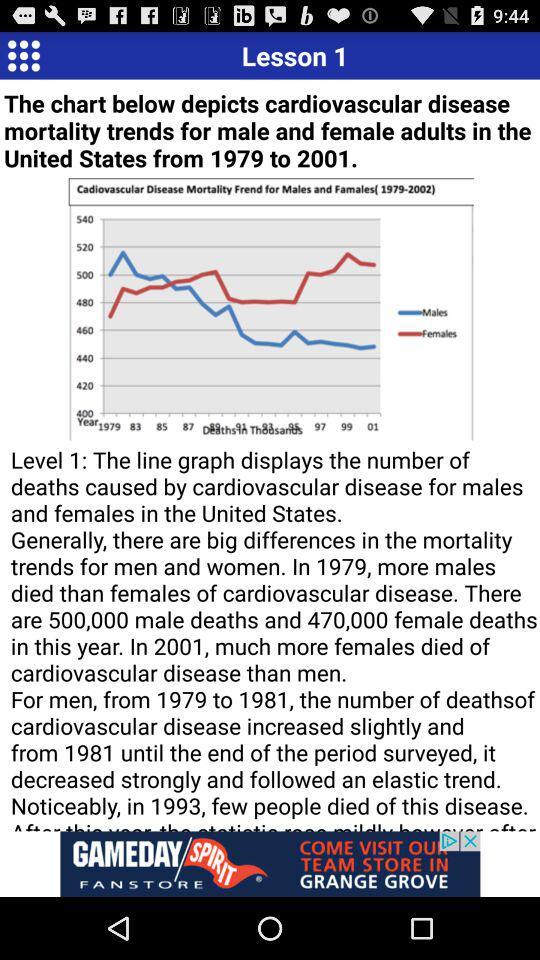  What do you see at coordinates (22, 54) in the screenshot?
I see `english listening and speaking` at bounding box center [22, 54].